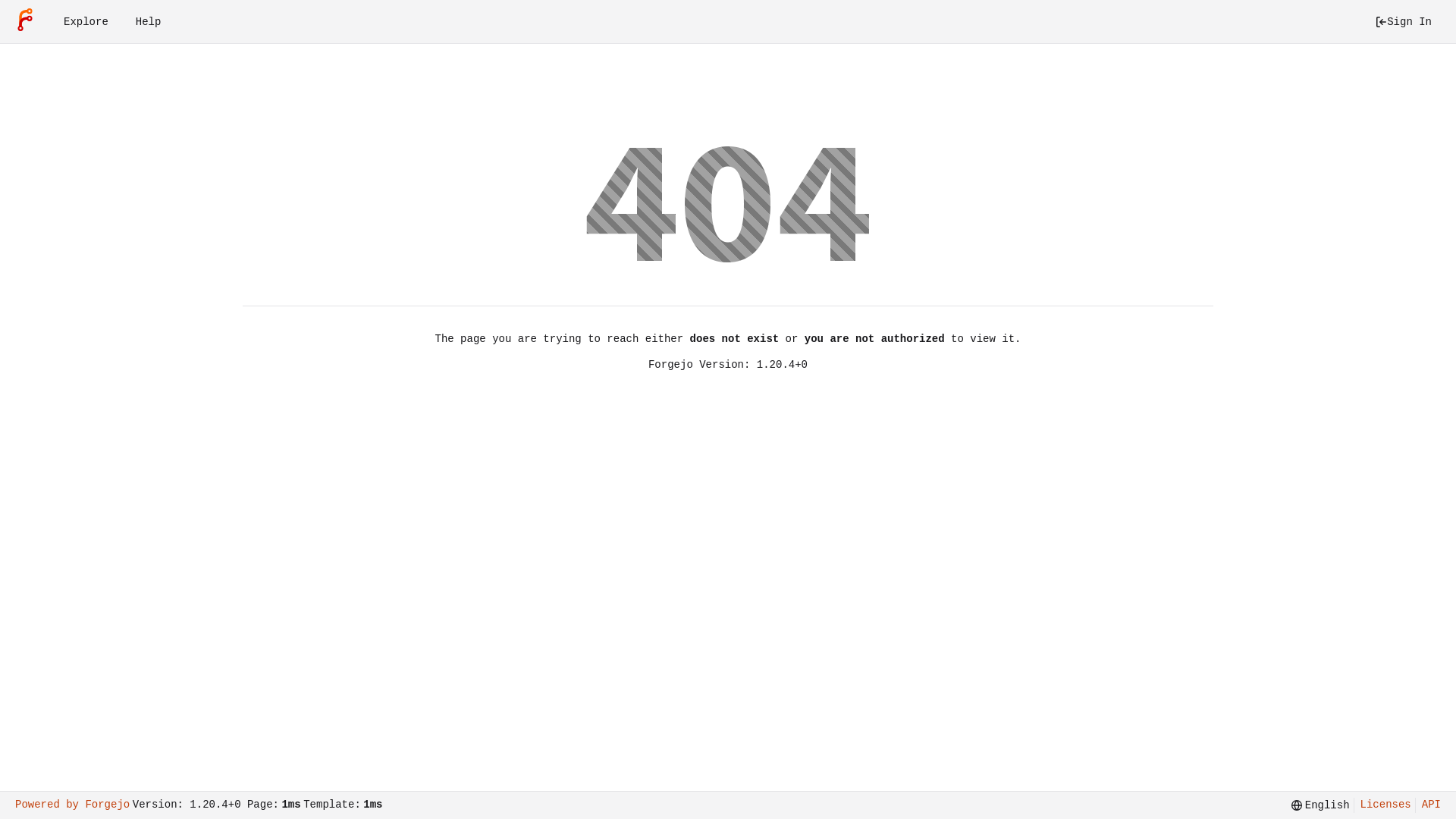 This screenshot has height=819, width=1456. Describe the element at coordinates (1414, 804) in the screenshot. I see `'API'` at that location.